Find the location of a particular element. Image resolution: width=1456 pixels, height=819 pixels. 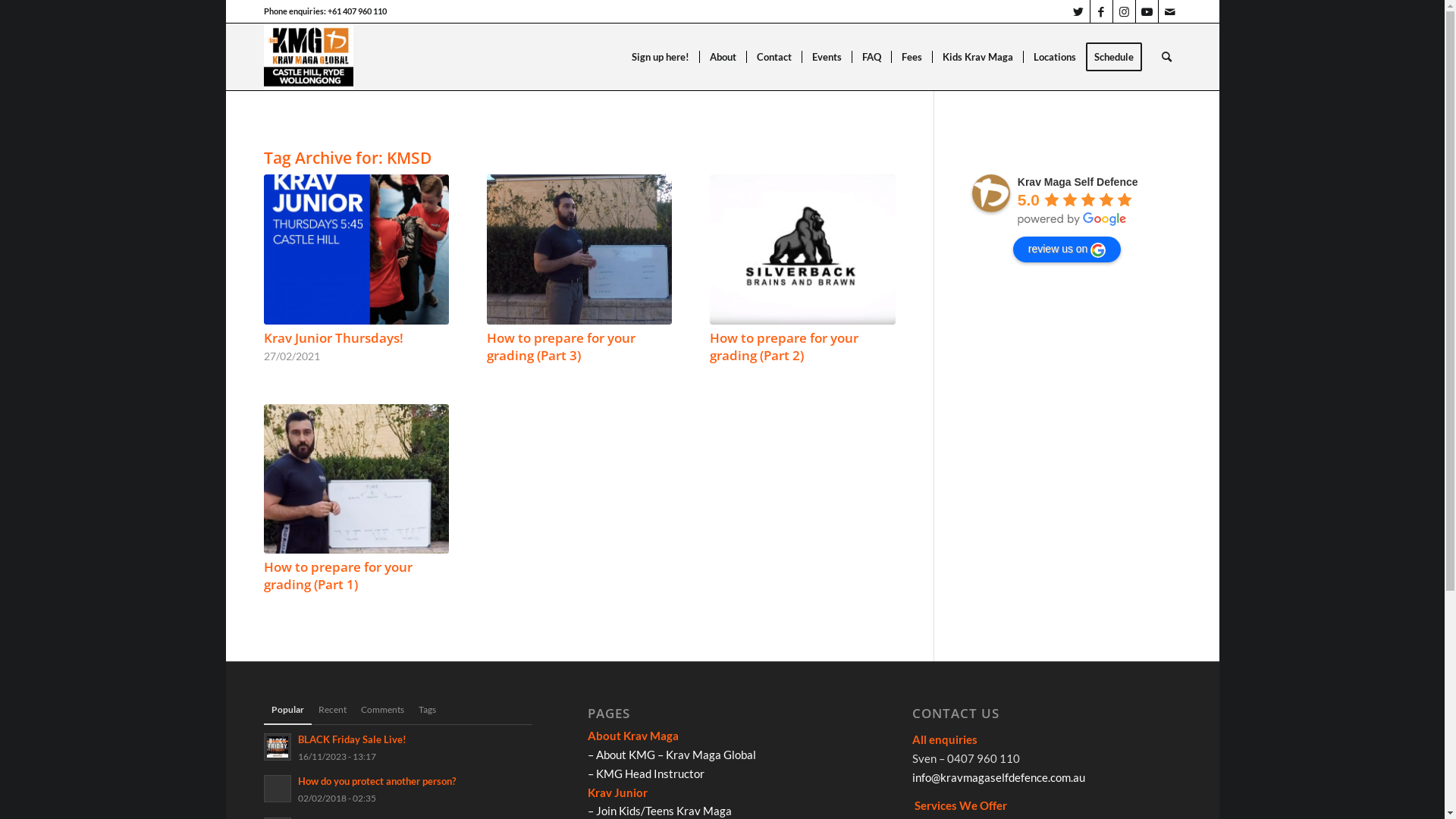

'About Krav Maga' is located at coordinates (633, 734).